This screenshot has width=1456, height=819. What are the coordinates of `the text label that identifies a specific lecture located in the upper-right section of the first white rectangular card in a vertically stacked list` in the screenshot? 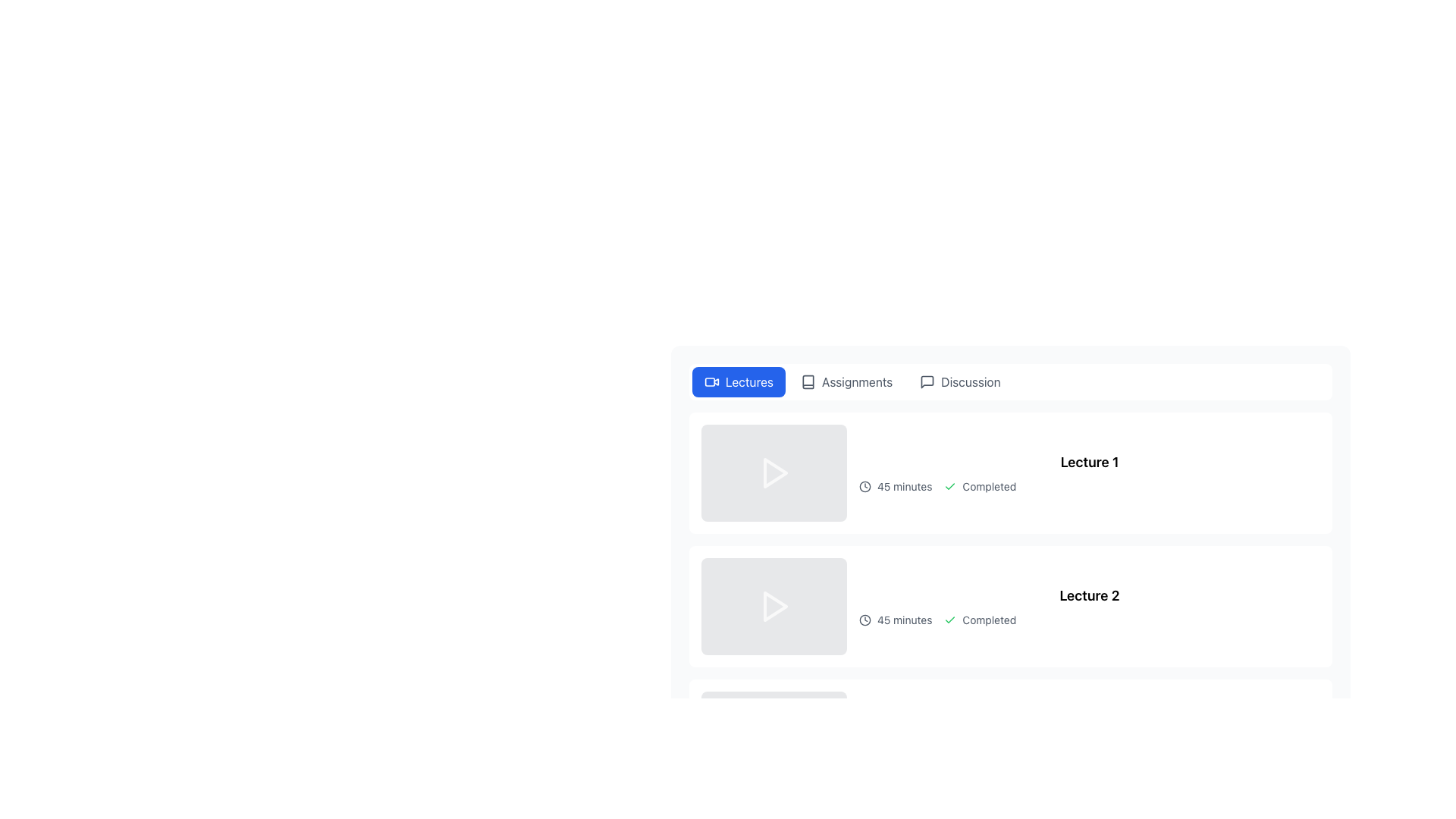 It's located at (1088, 472).